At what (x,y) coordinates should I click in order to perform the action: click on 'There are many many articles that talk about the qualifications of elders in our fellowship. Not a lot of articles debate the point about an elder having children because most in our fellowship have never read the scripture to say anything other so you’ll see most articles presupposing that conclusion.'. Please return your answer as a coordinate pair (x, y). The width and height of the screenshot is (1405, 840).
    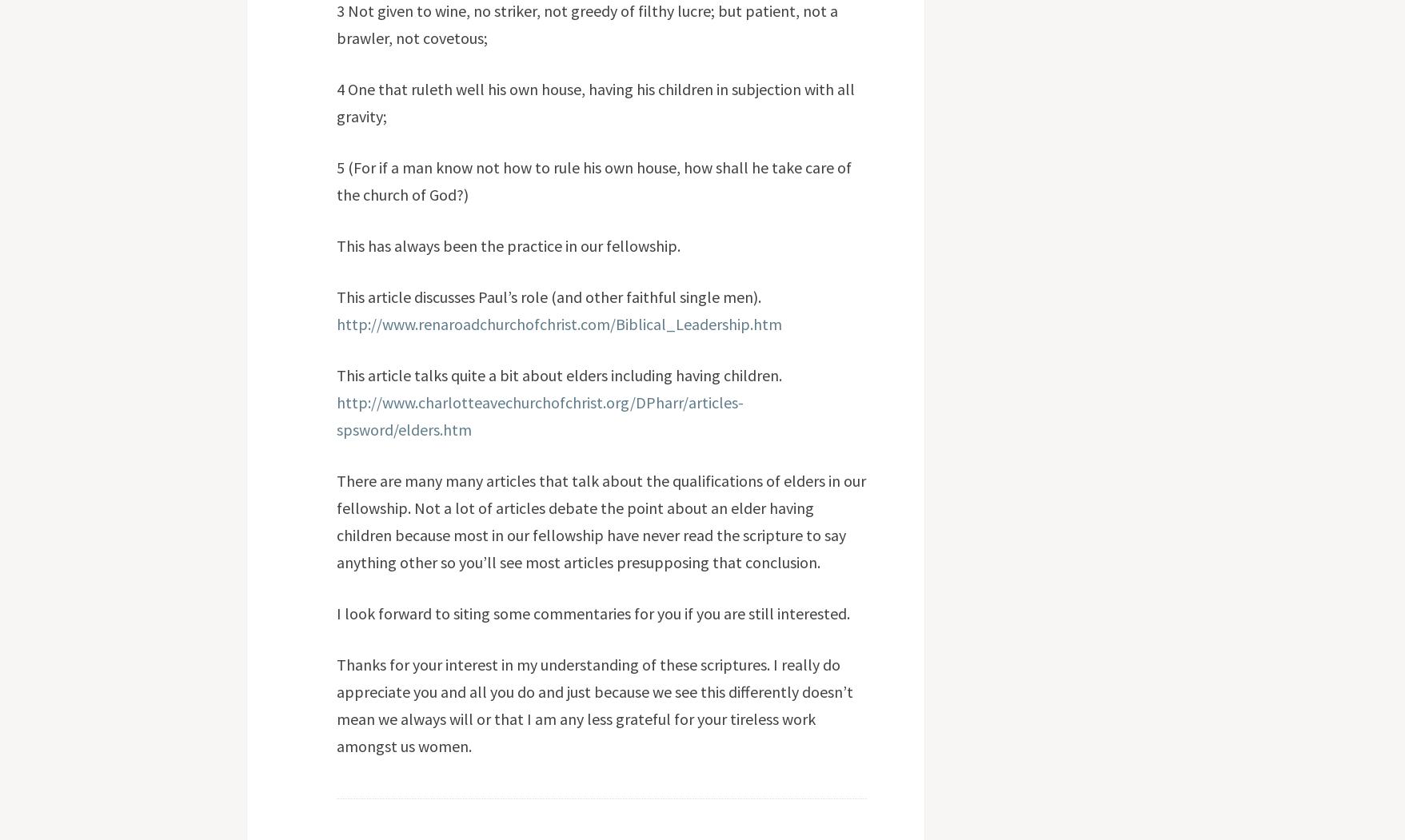
    Looking at the image, I should click on (599, 520).